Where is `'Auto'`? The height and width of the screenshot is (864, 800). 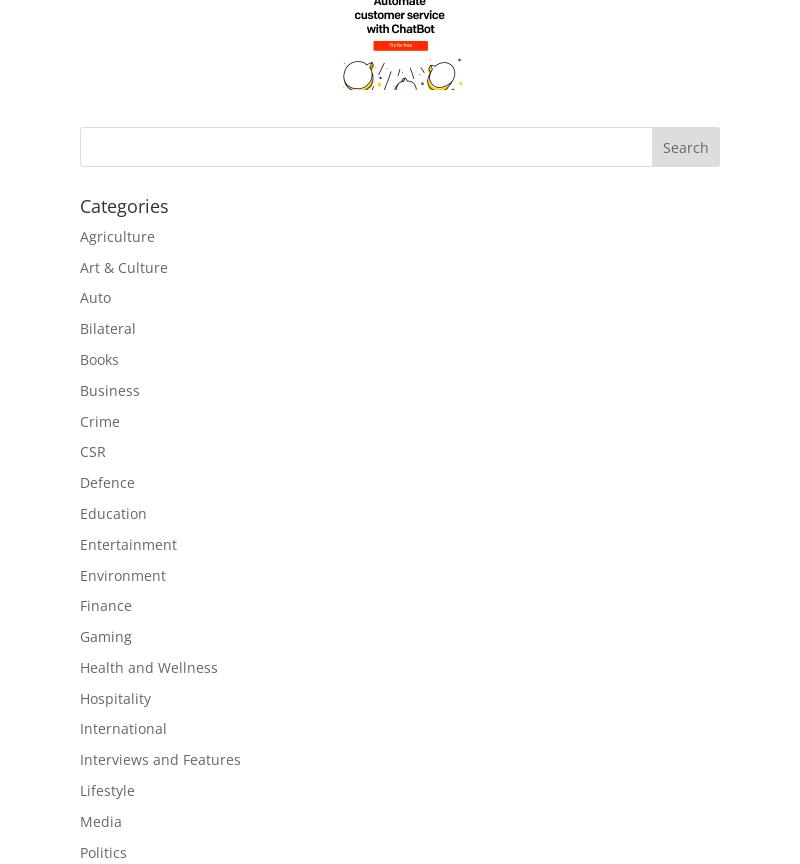
'Auto' is located at coordinates (80, 297).